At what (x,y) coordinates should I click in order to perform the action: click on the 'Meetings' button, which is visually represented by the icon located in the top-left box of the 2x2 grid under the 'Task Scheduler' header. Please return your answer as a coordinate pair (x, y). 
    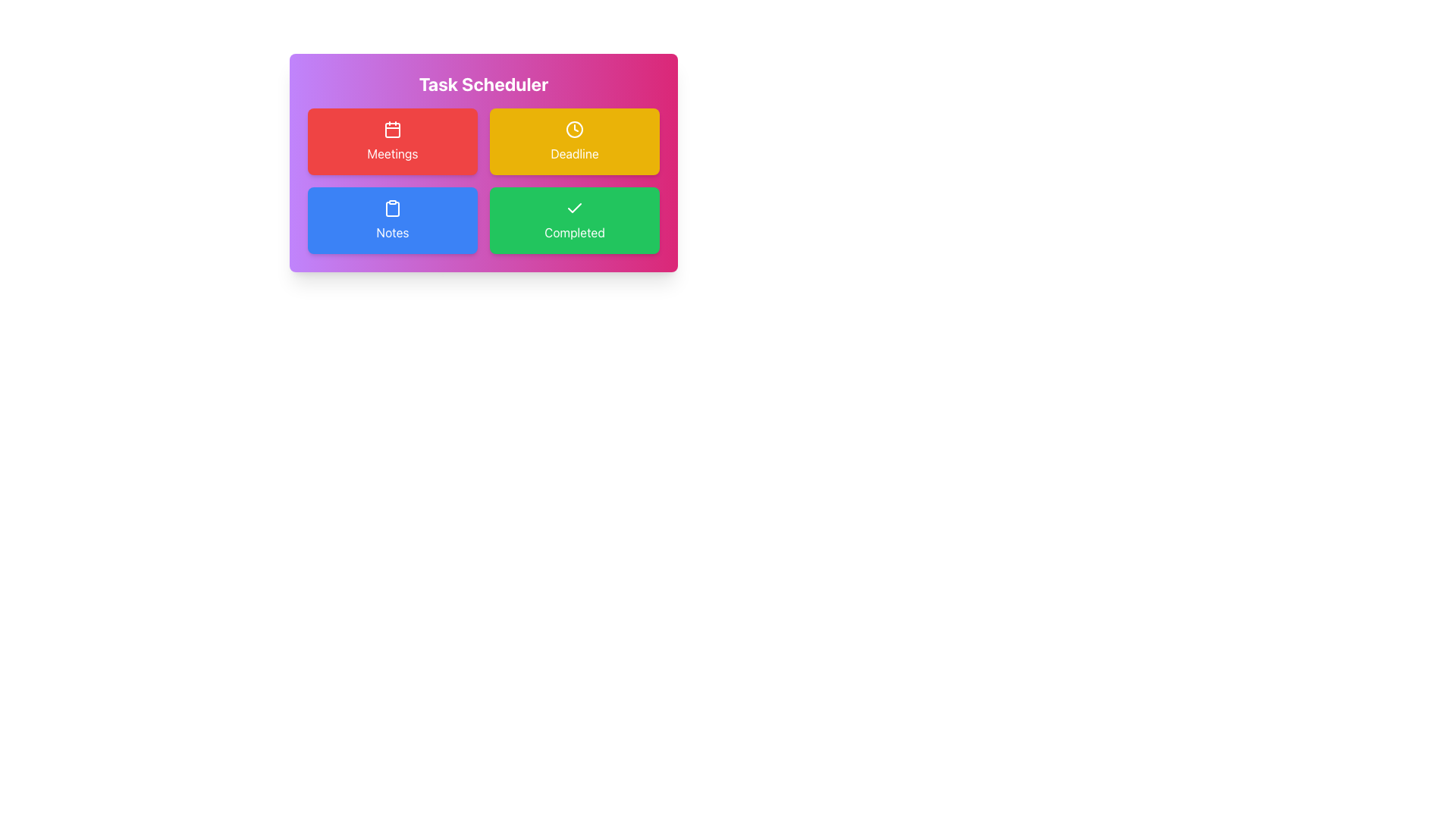
    Looking at the image, I should click on (393, 128).